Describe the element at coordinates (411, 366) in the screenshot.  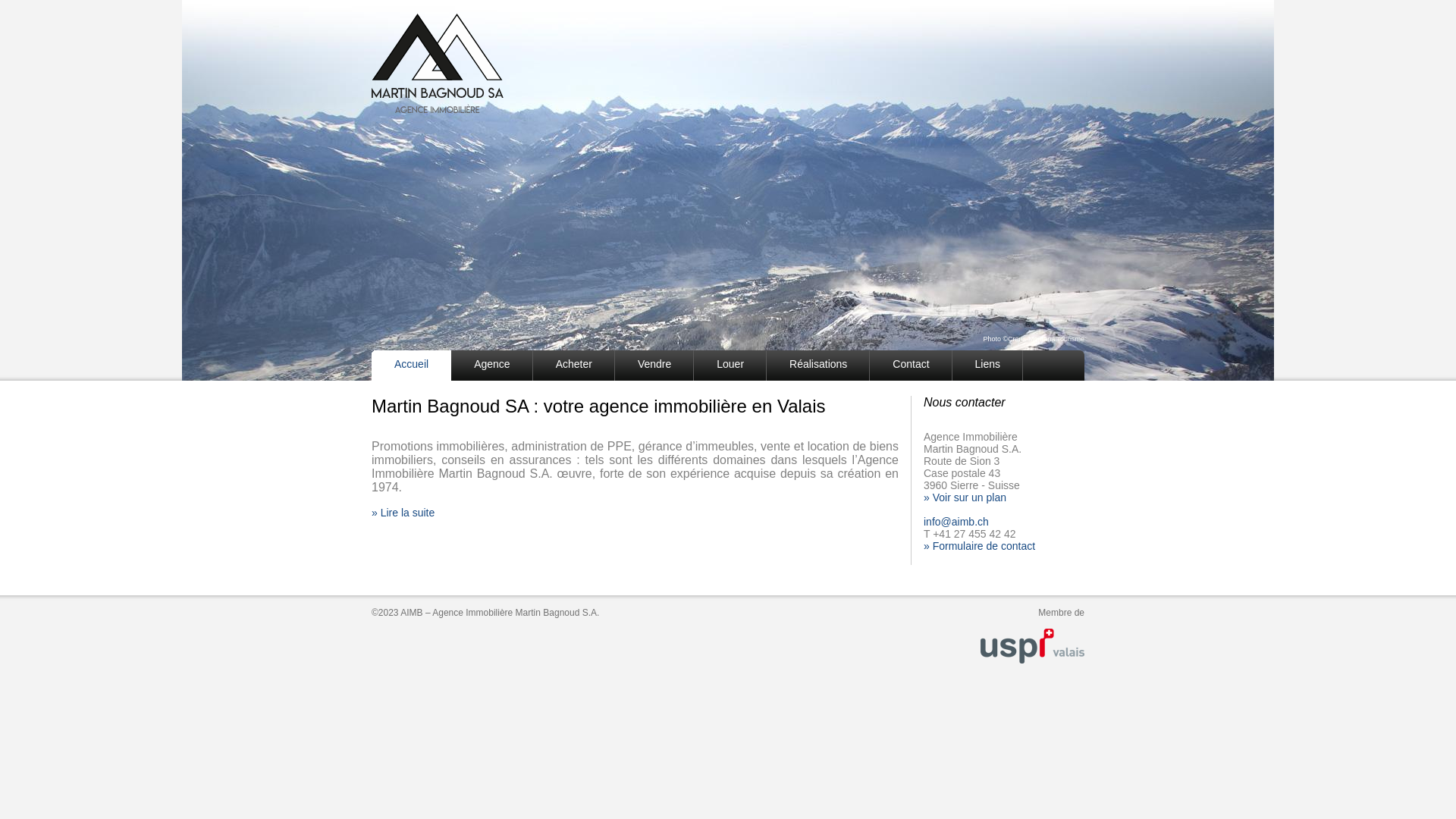
I see `'Accueil'` at that location.